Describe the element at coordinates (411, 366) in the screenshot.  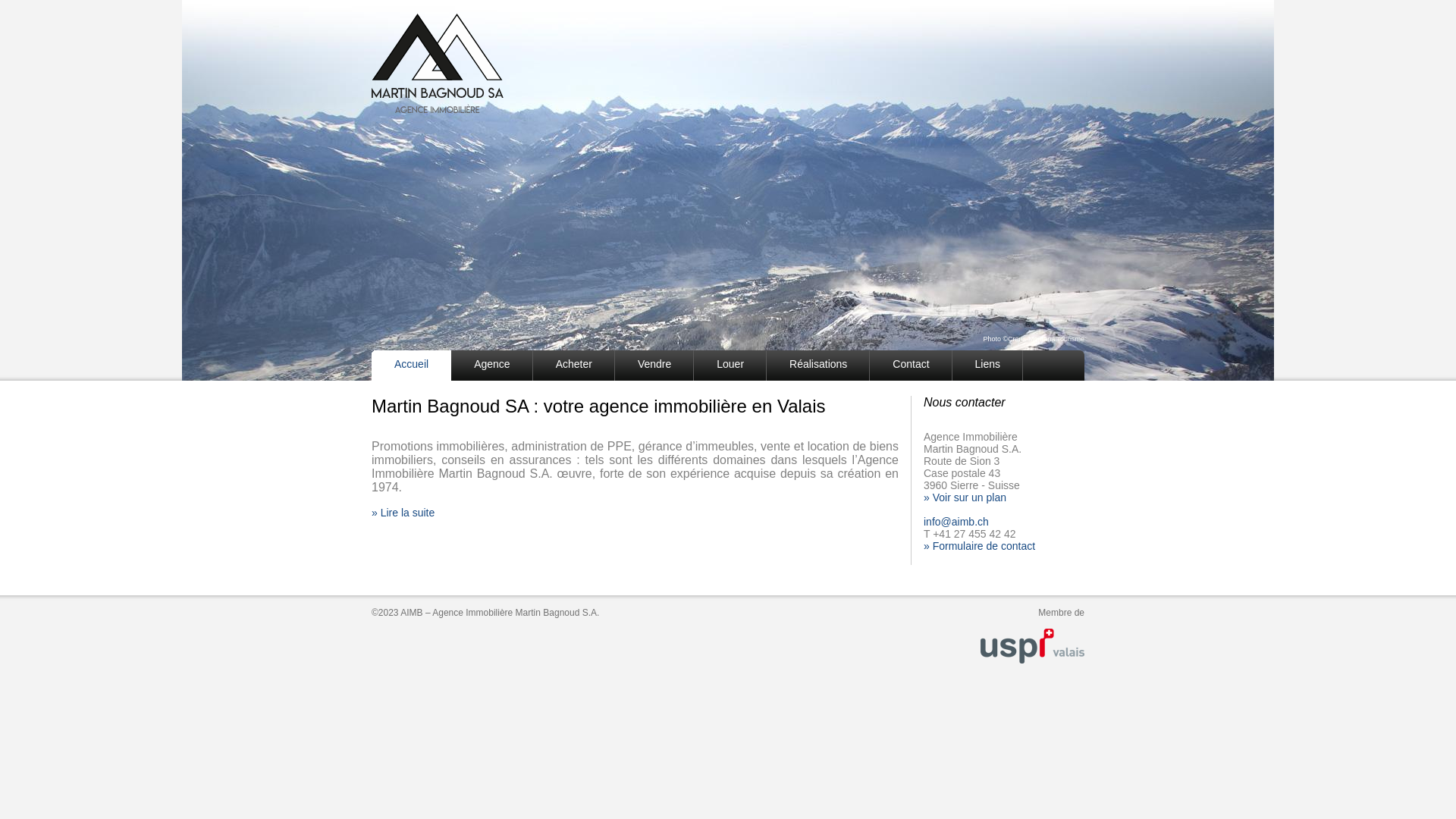
I see `'Accueil'` at that location.